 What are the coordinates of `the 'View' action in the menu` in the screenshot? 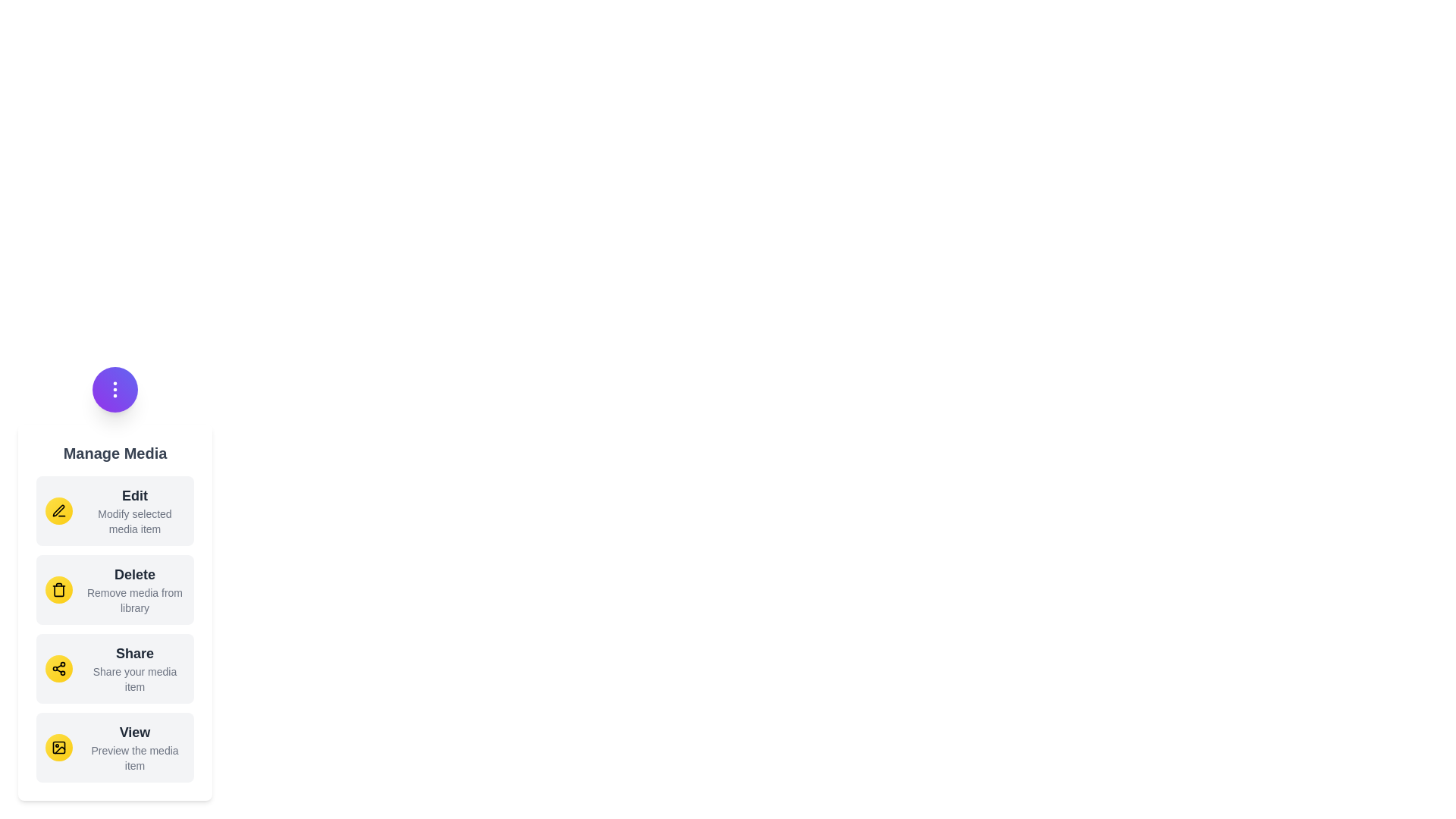 It's located at (134, 747).